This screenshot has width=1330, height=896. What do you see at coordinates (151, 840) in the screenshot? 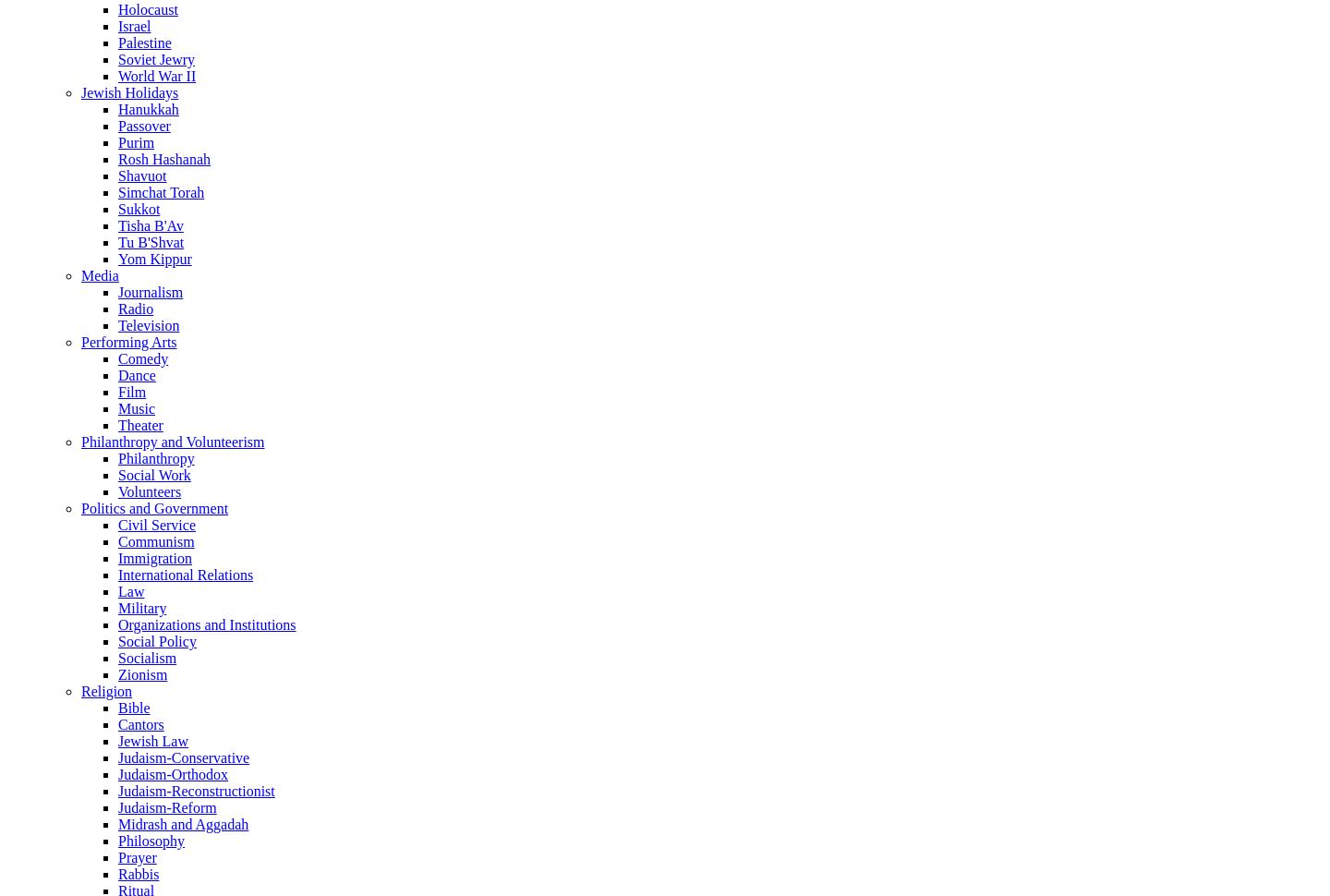
I see `'Philosophy'` at bounding box center [151, 840].